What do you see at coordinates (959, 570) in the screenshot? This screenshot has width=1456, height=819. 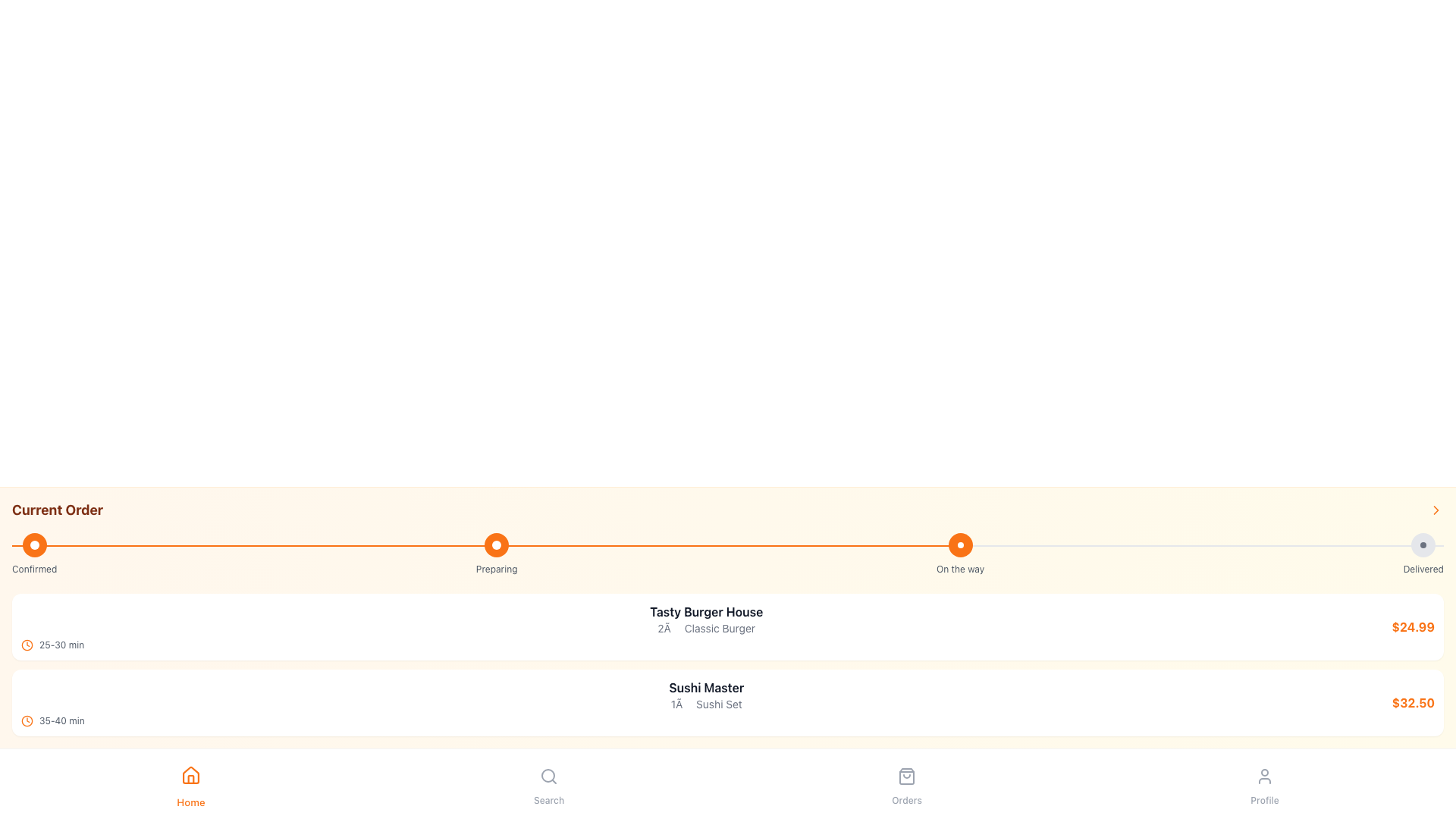 I see `the static text label that reads 'On the way,' which is located below the third orange circular marker on the progress bar` at bounding box center [959, 570].